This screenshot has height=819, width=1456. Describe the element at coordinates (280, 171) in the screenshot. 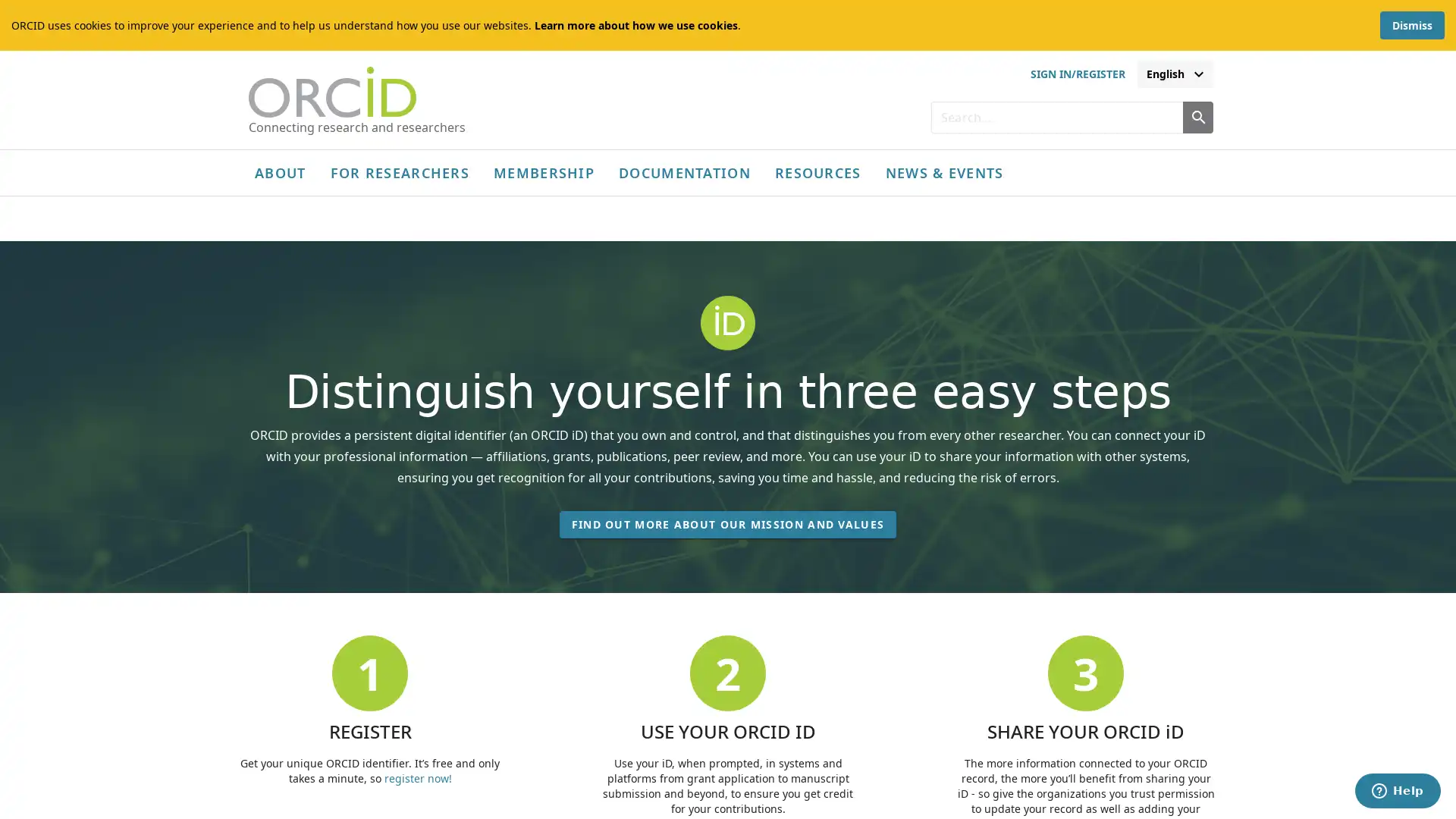

I see `ABOUT` at that location.